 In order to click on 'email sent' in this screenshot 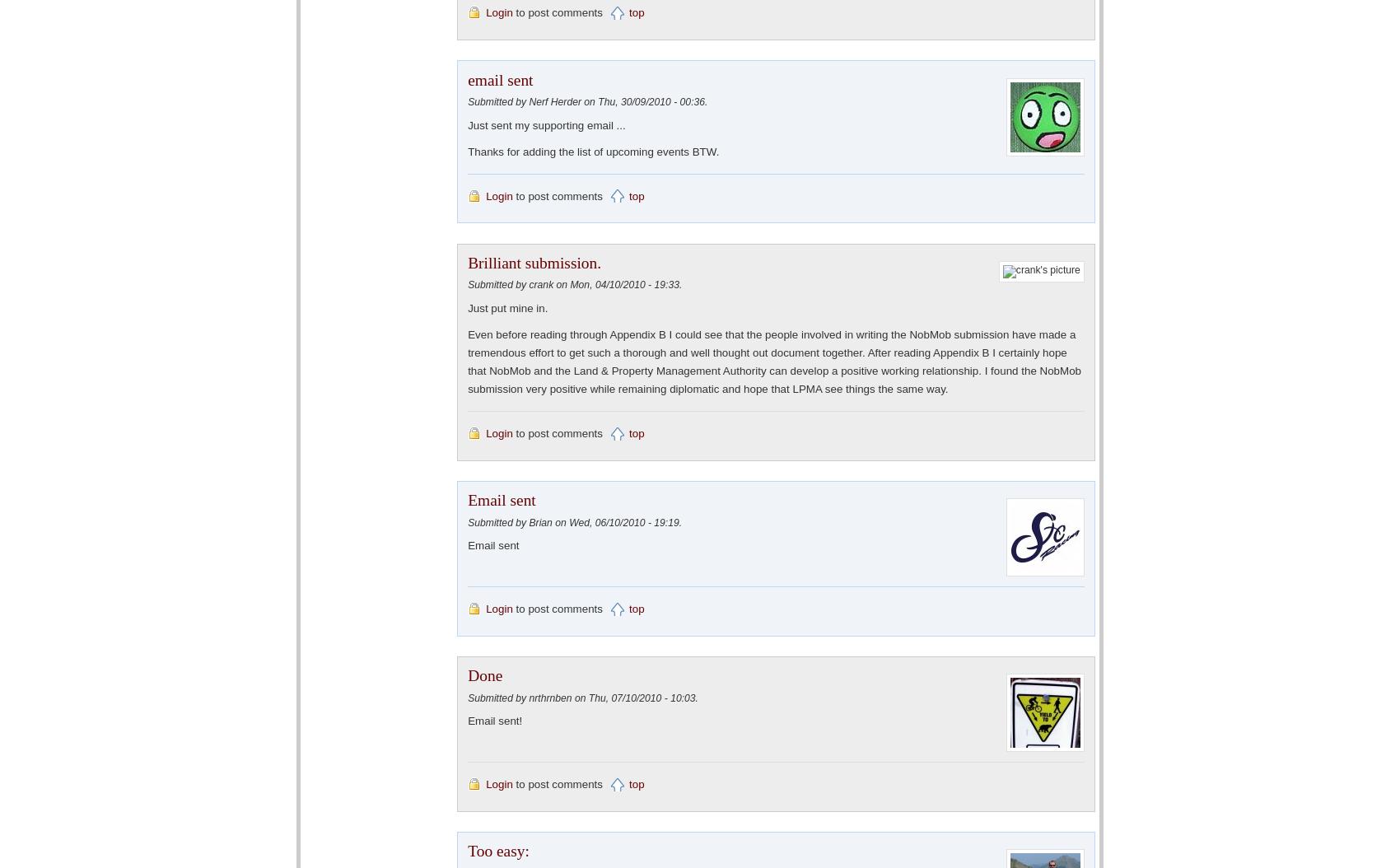, I will do `click(499, 78)`.